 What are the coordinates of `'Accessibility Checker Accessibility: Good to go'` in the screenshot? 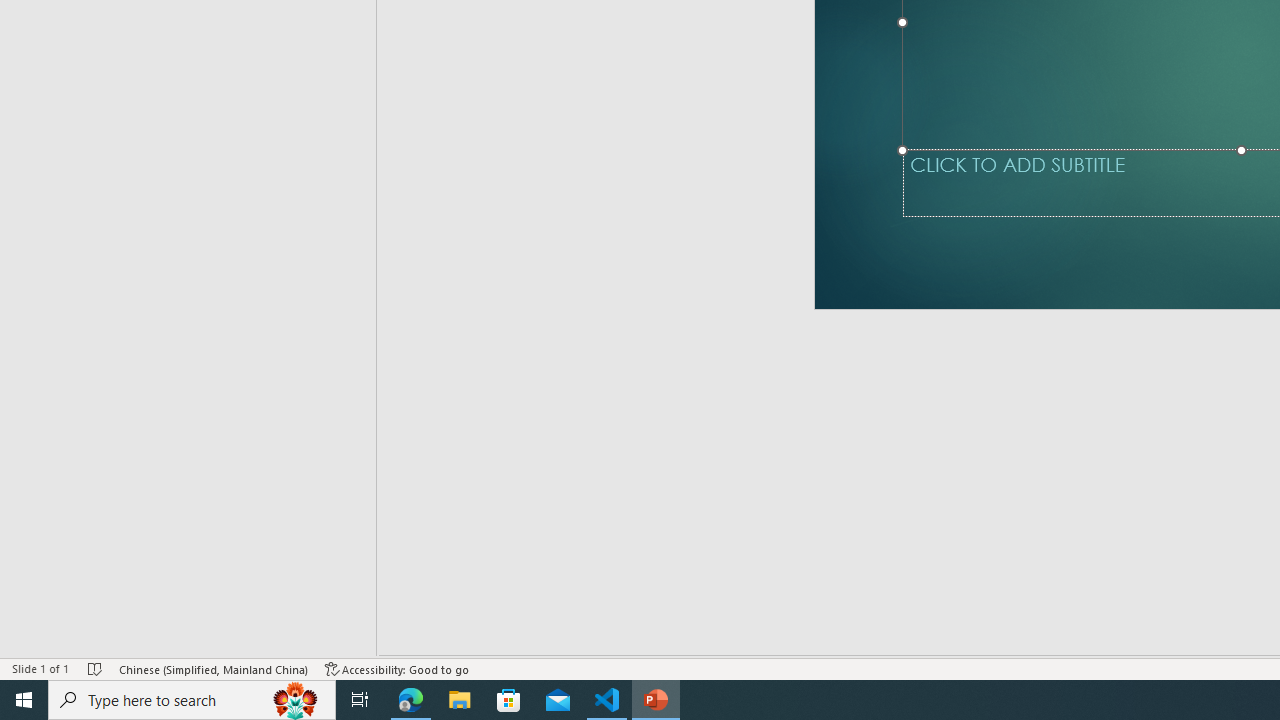 It's located at (397, 669).